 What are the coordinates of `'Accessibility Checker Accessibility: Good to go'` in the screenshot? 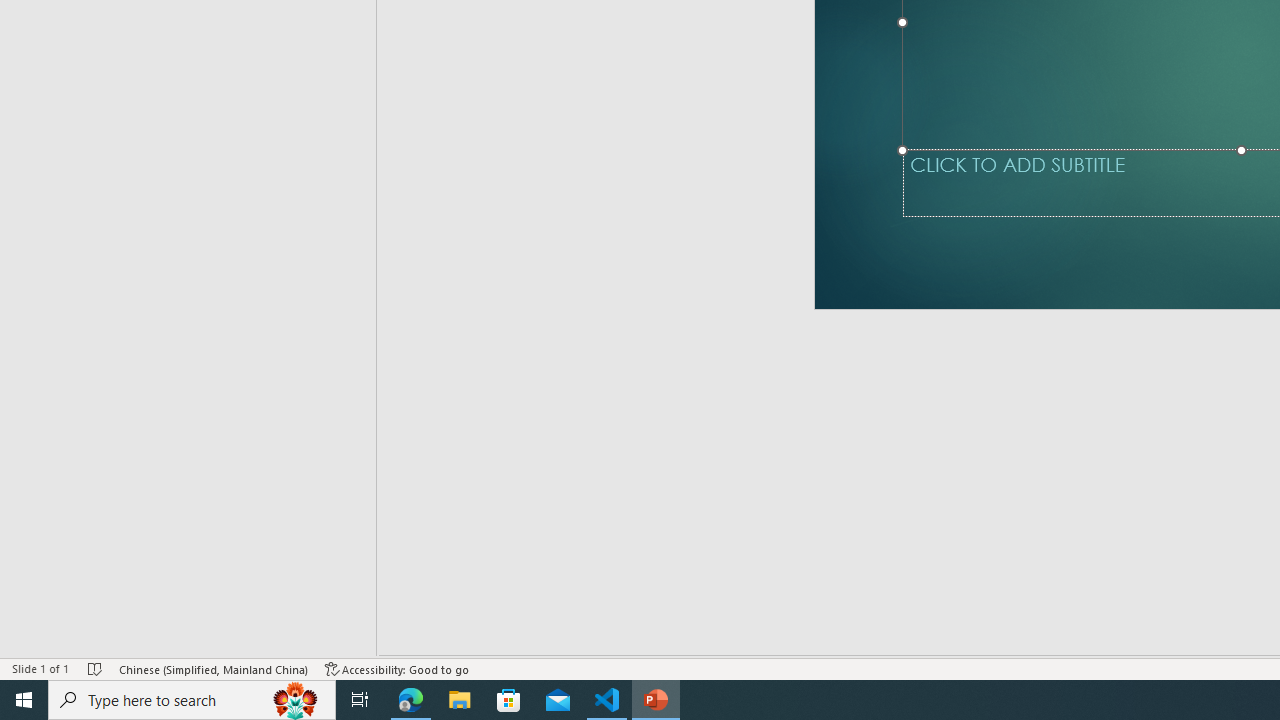 It's located at (397, 669).